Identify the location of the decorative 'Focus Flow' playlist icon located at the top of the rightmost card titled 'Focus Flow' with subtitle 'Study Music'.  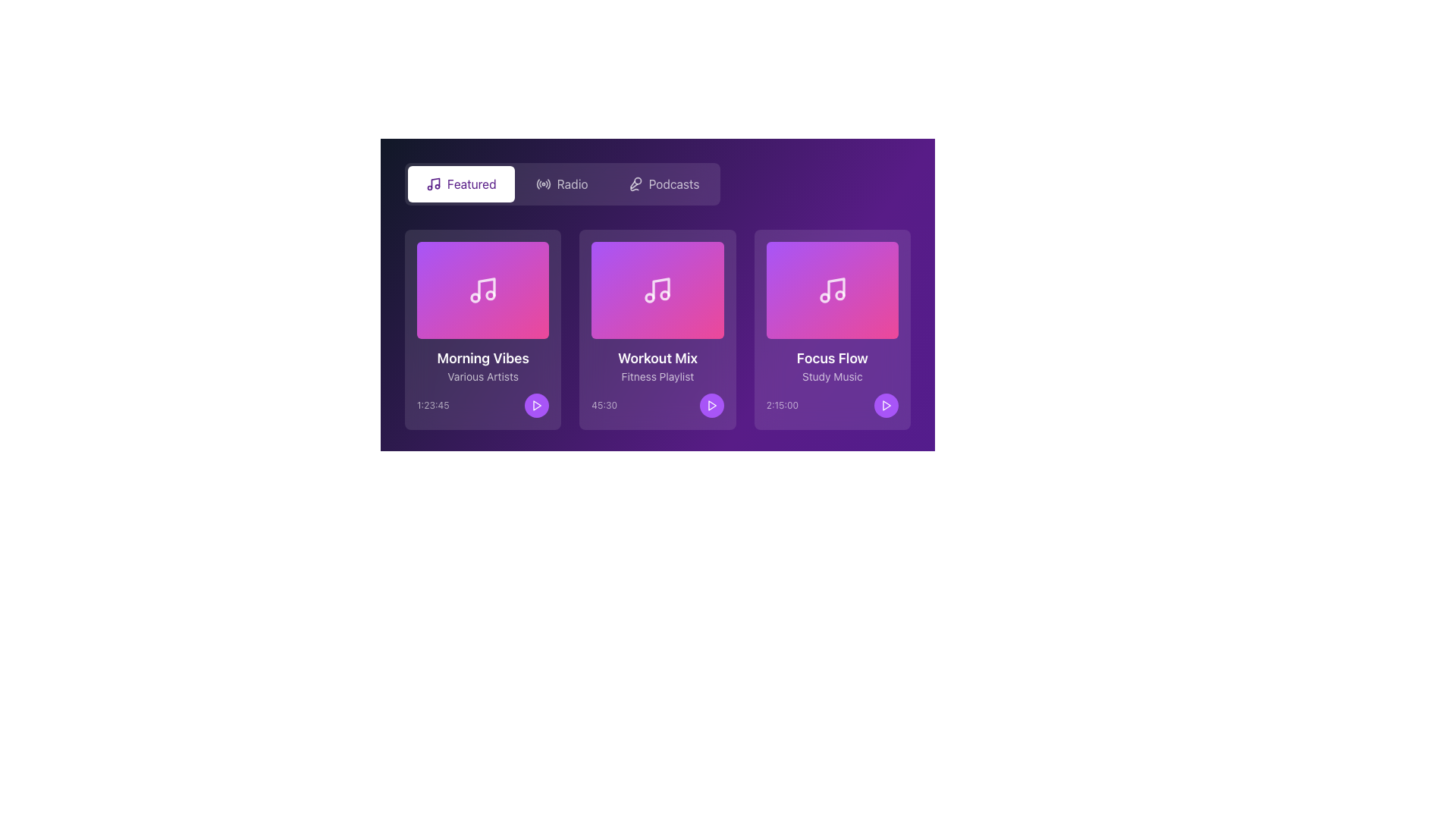
(831, 290).